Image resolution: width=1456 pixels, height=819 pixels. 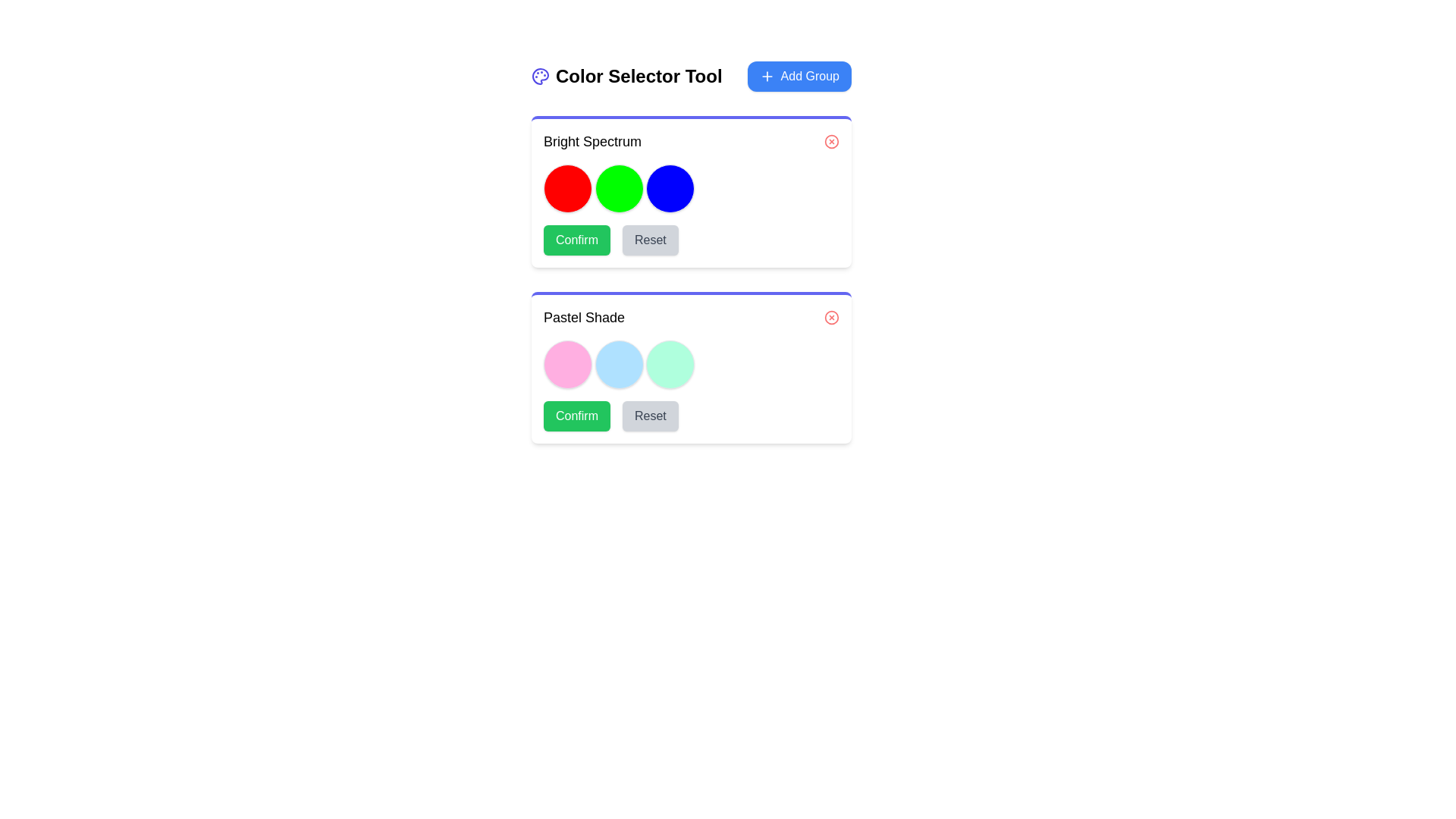 What do you see at coordinates (576, 239) in the screenshot?
I see `the color confirmation button located at the bottom-left side of the 'Bright Spectrum' panel to change its color` at bounding box center [576, 239].